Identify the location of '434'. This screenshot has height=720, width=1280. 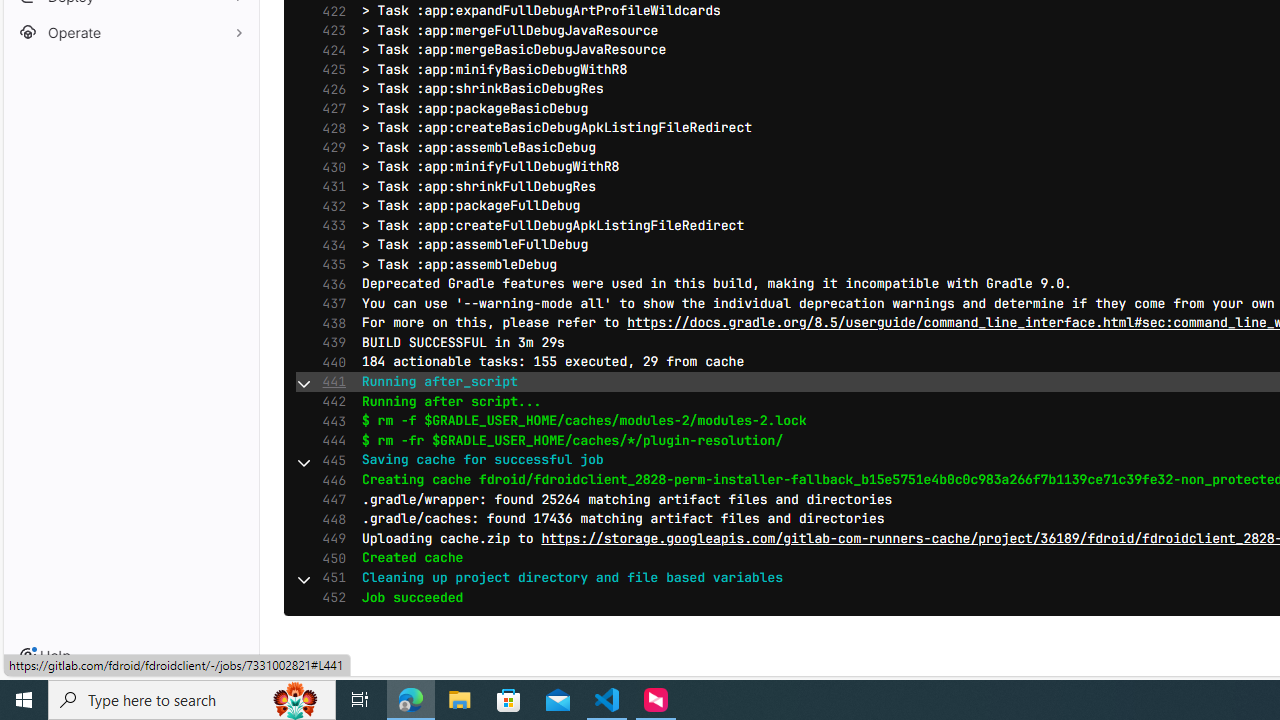
(329, 244).